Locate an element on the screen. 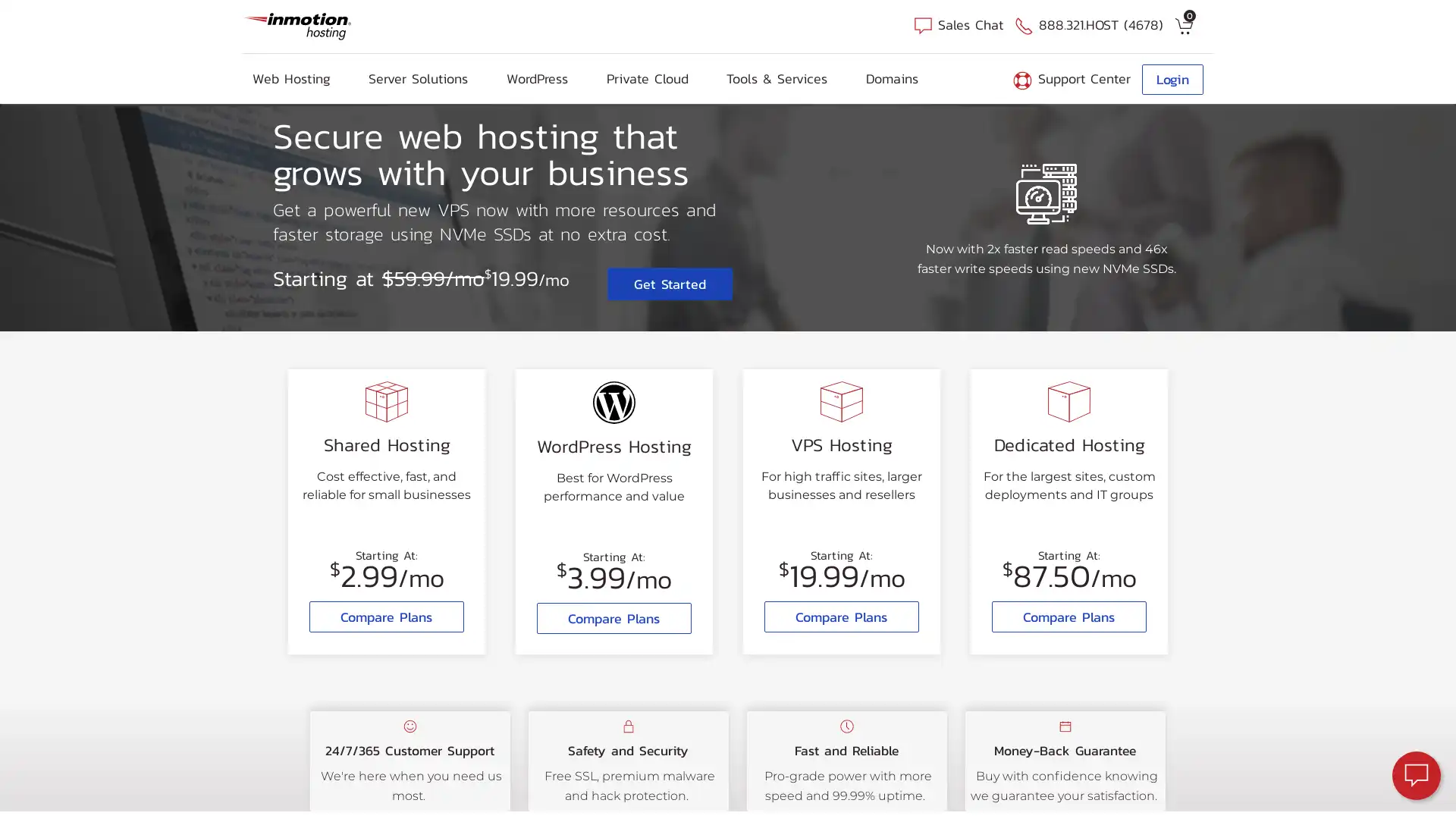 Image resolution: width=1456 pixels, height=819 pixels. Compare Plans is located at coordinates (1068, 617).